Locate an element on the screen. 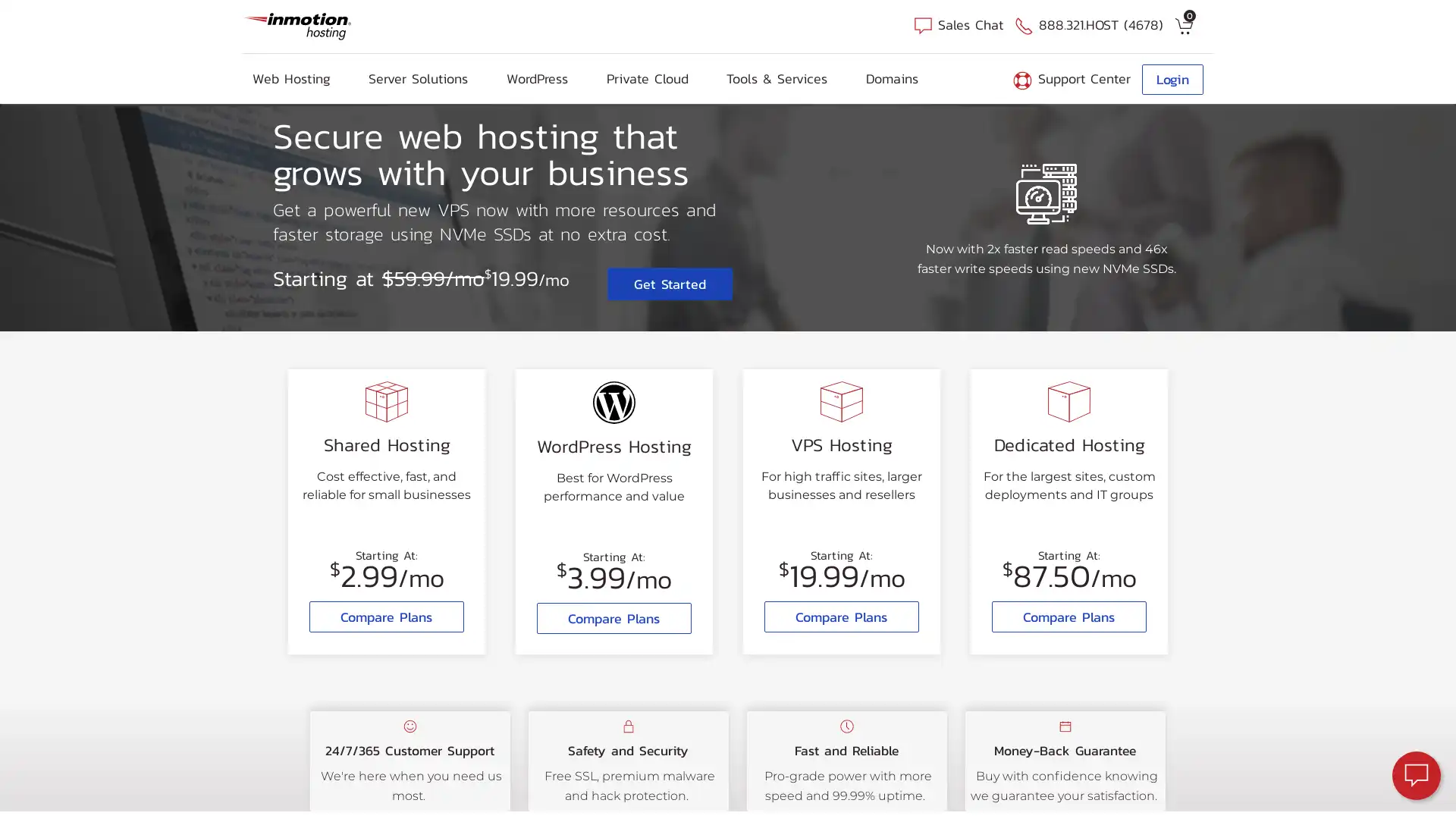 Image resolution: width=1456 pixels, height=819 pixels. Compare Plans is located at coordinates (1068, 617).